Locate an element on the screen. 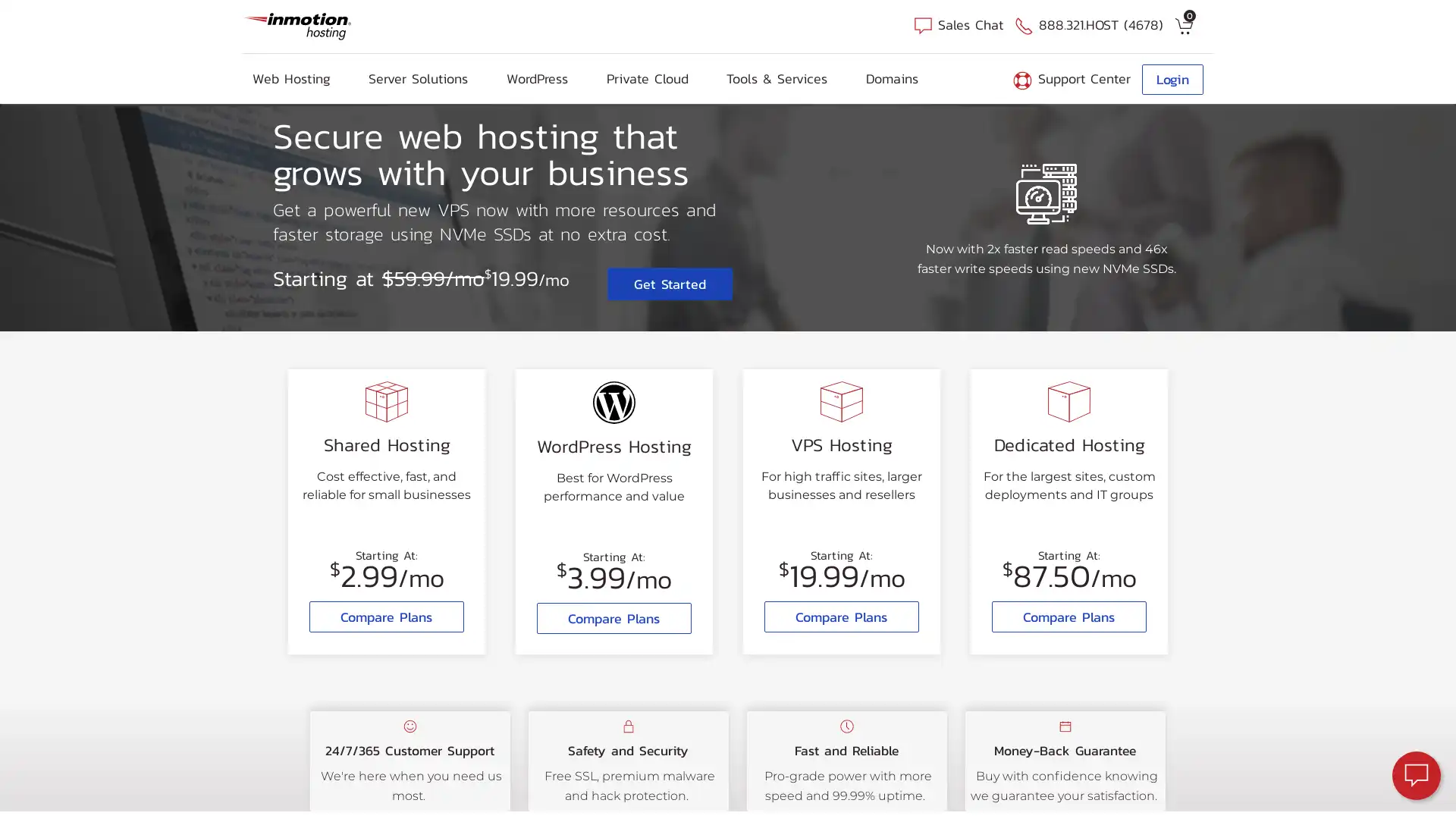 Image resolution: width=1456 pixels, height=819 pixels. Compare Plans is located at coordinates (1068, 617).